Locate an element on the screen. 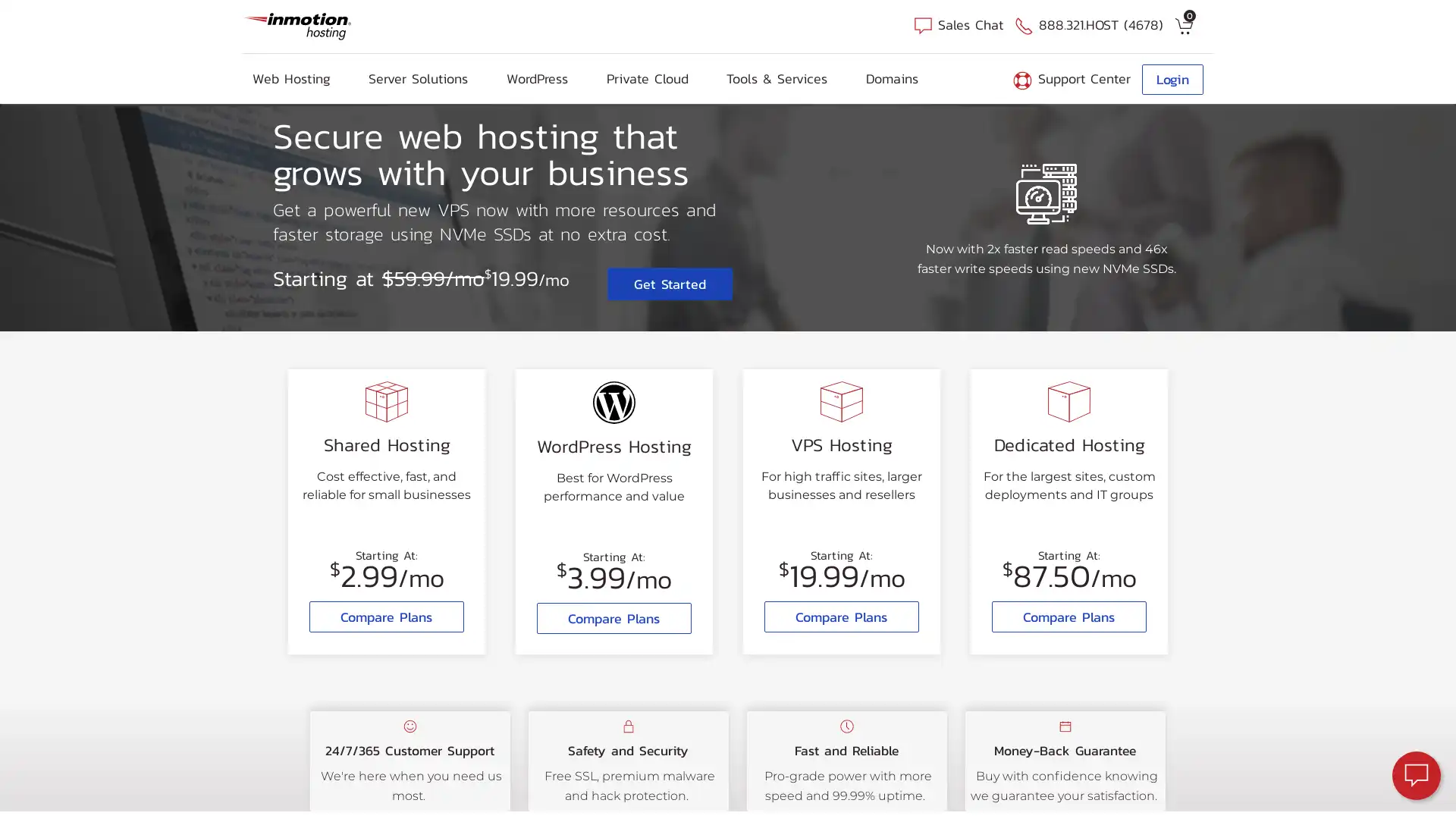 Image resolution: width=1456 pixels, height=819 pixels. Compare Plans is located at coordinates (1068, 617).